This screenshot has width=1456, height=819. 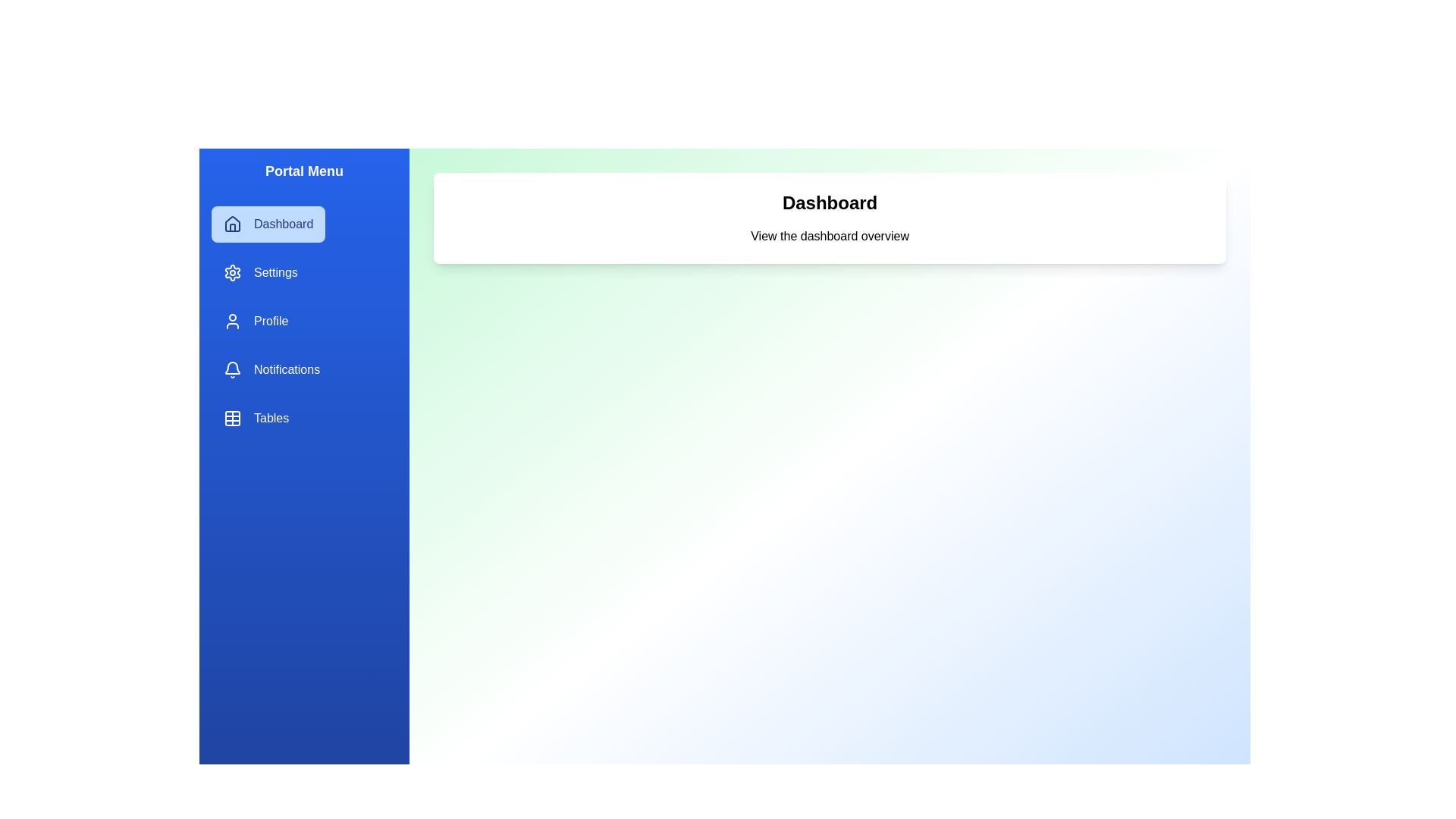 I want to click on the menu option Notifications to navigate to the corresponding section, so click(x=271, y=370).